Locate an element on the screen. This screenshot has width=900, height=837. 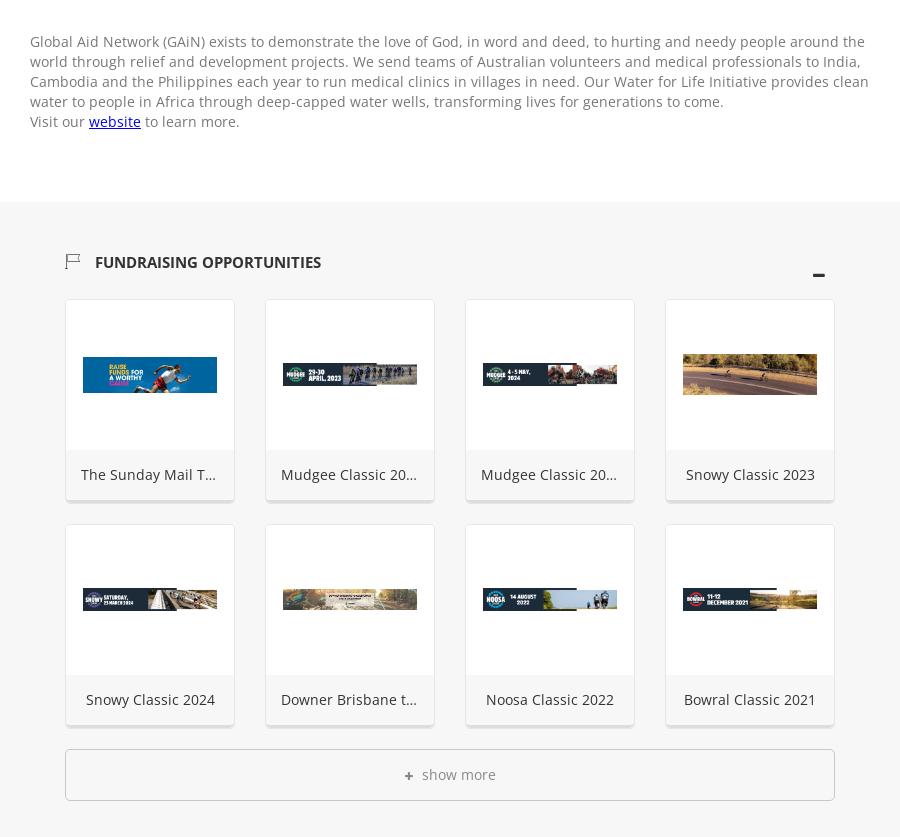
'website' is located at coordinates (115, 121).